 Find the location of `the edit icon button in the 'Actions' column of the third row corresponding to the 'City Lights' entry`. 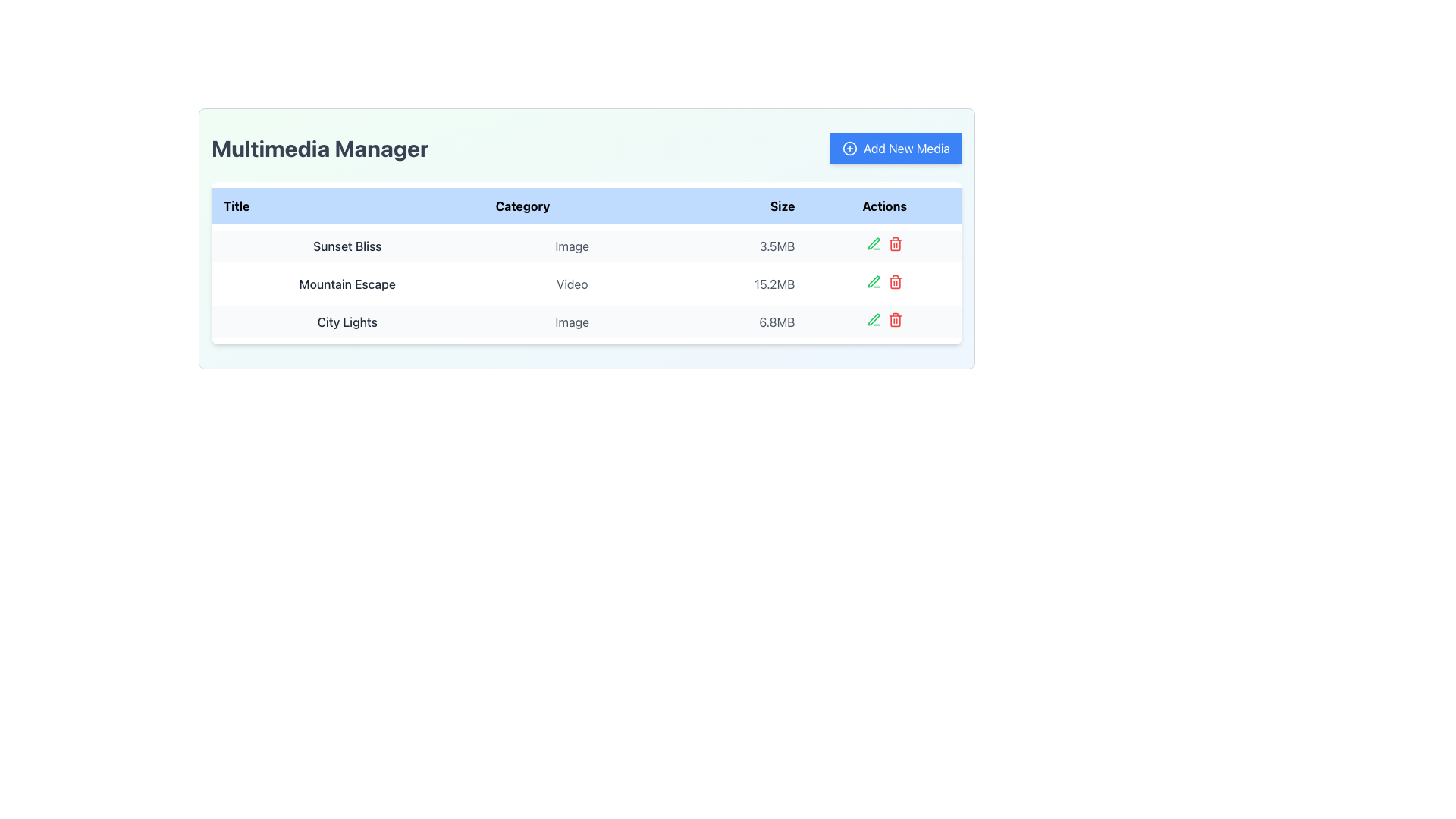

the edit icon button in the 'Actions' column of the third row corresponding to the 'City Lights' entry is located at coordinates (874, 318).